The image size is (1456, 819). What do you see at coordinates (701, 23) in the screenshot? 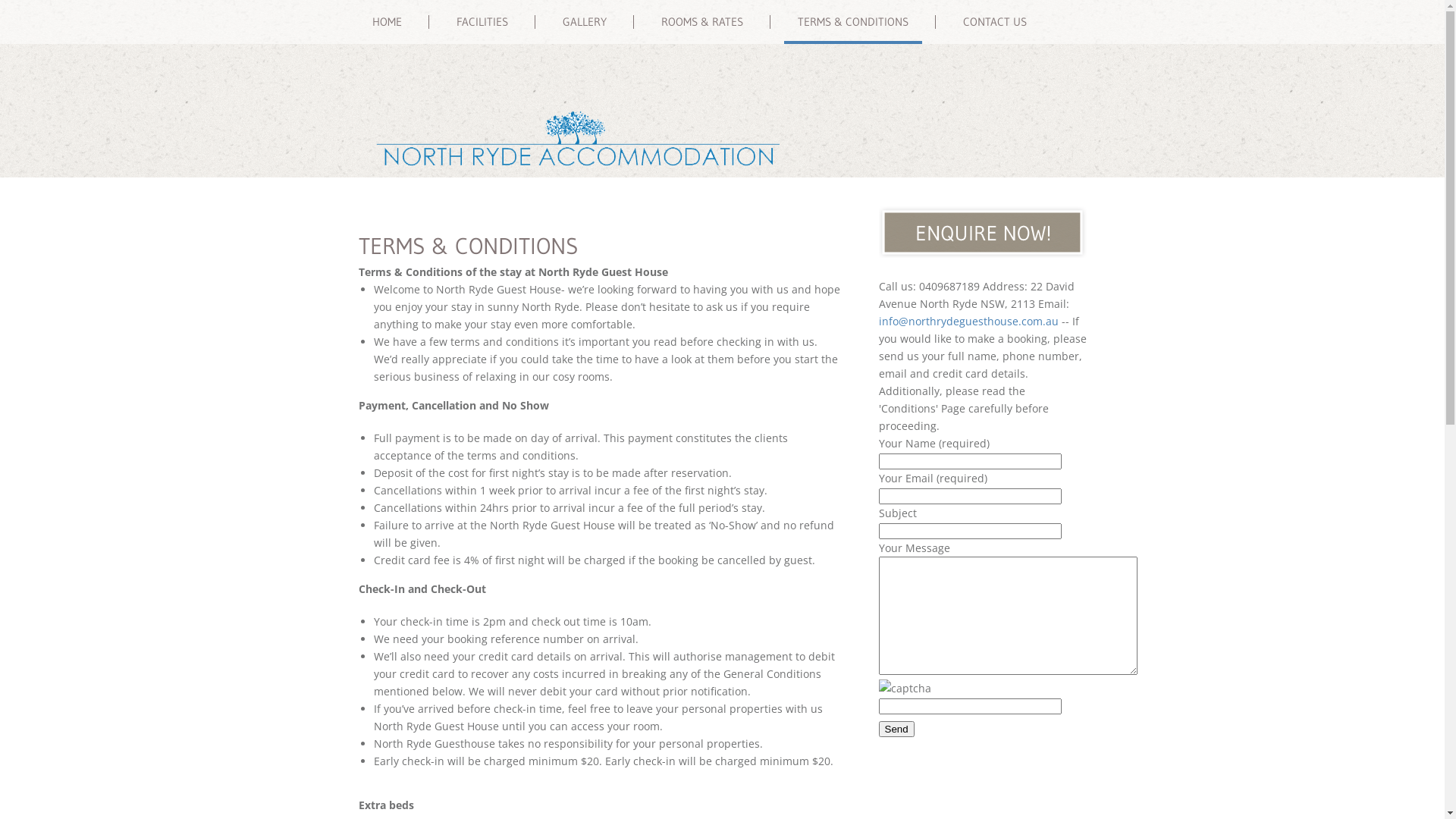
I see `'ROOMS & RATES'` at bounding box center [701, 23].